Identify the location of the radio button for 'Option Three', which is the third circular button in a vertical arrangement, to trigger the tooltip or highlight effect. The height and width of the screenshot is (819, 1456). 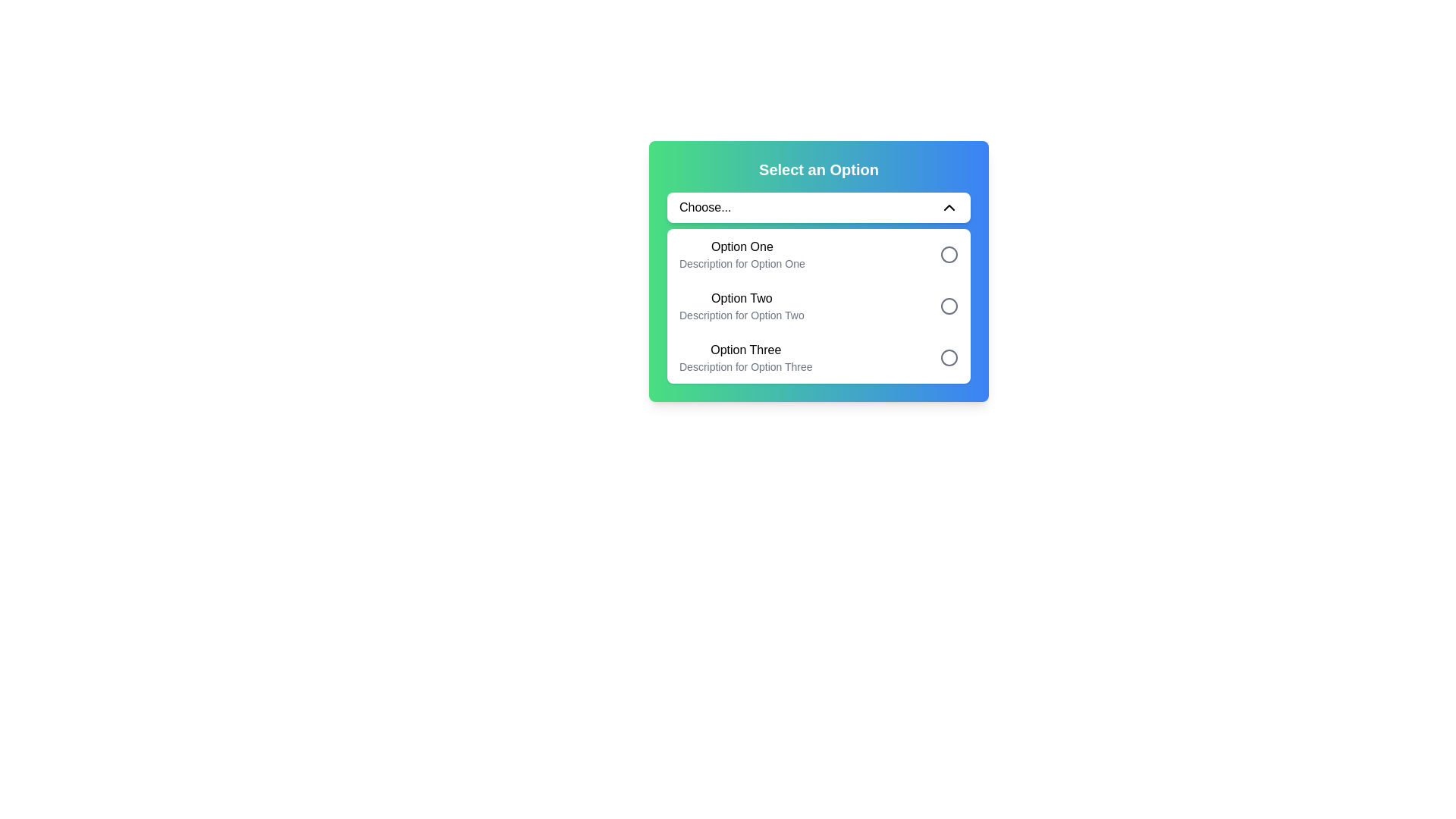
(949, 357).